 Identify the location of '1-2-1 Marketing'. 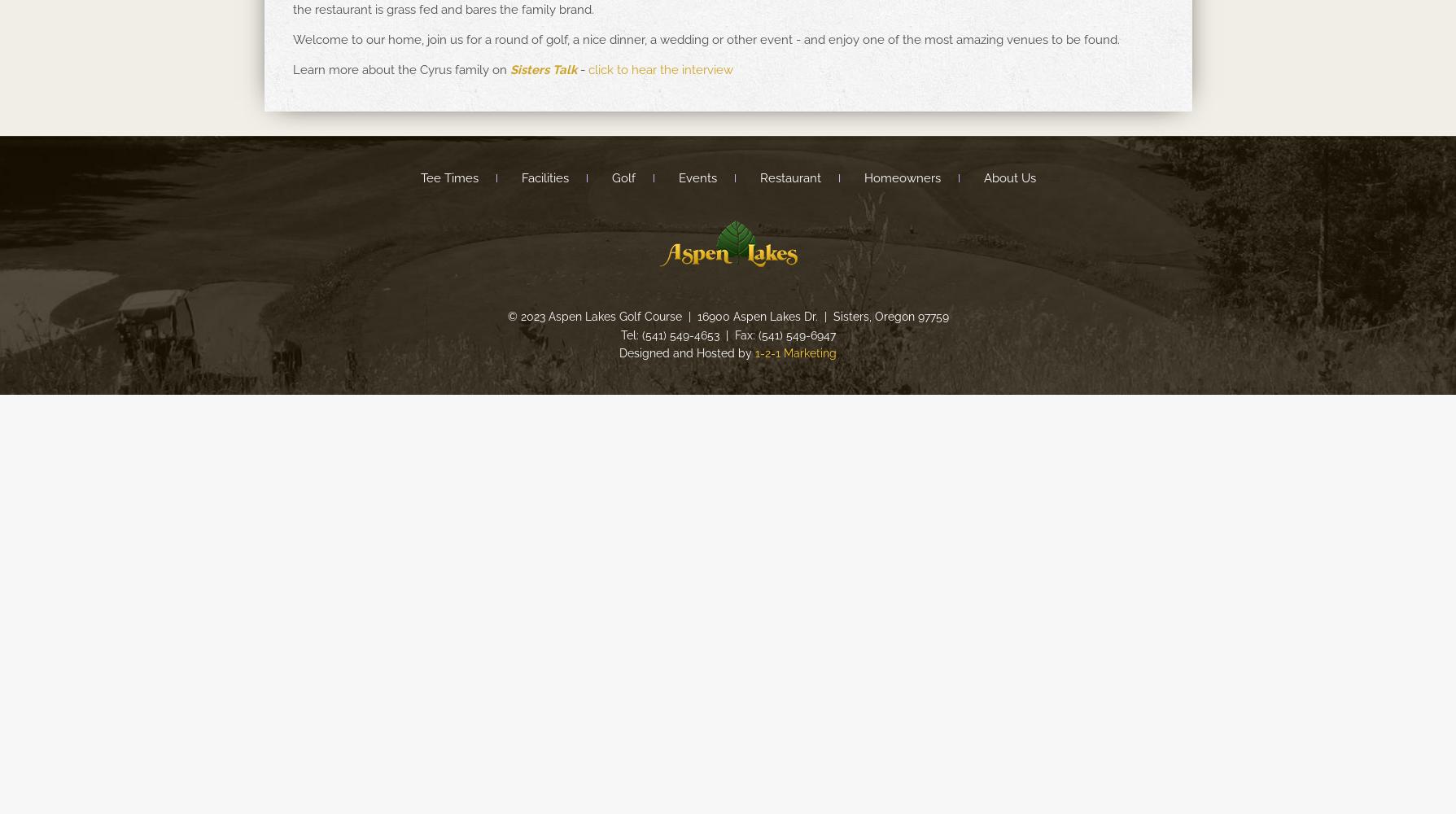
(754, 353).